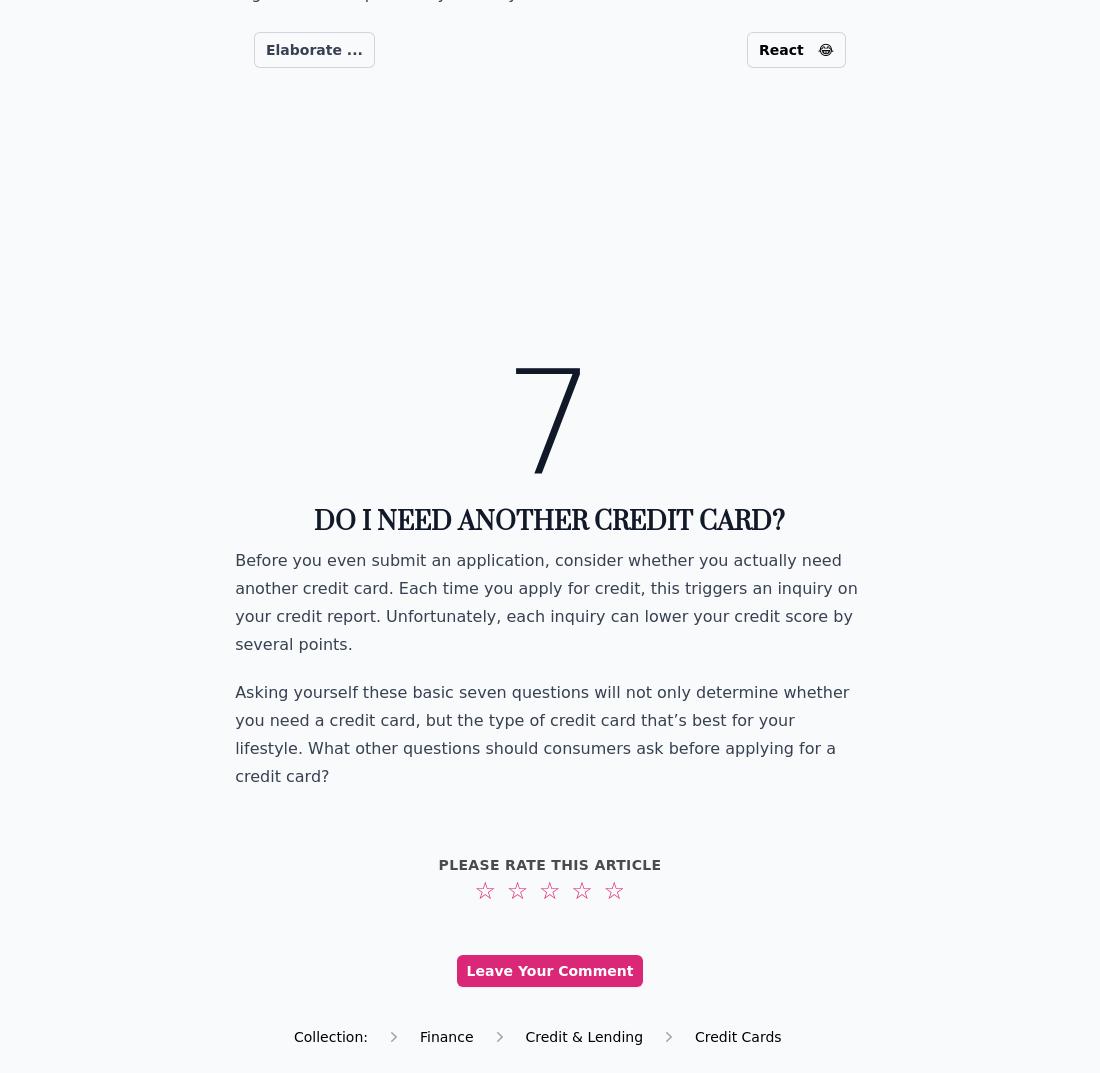 This screenshot has height=1073, width=1100. I want to click on 'Finance', so click(417, 1036).